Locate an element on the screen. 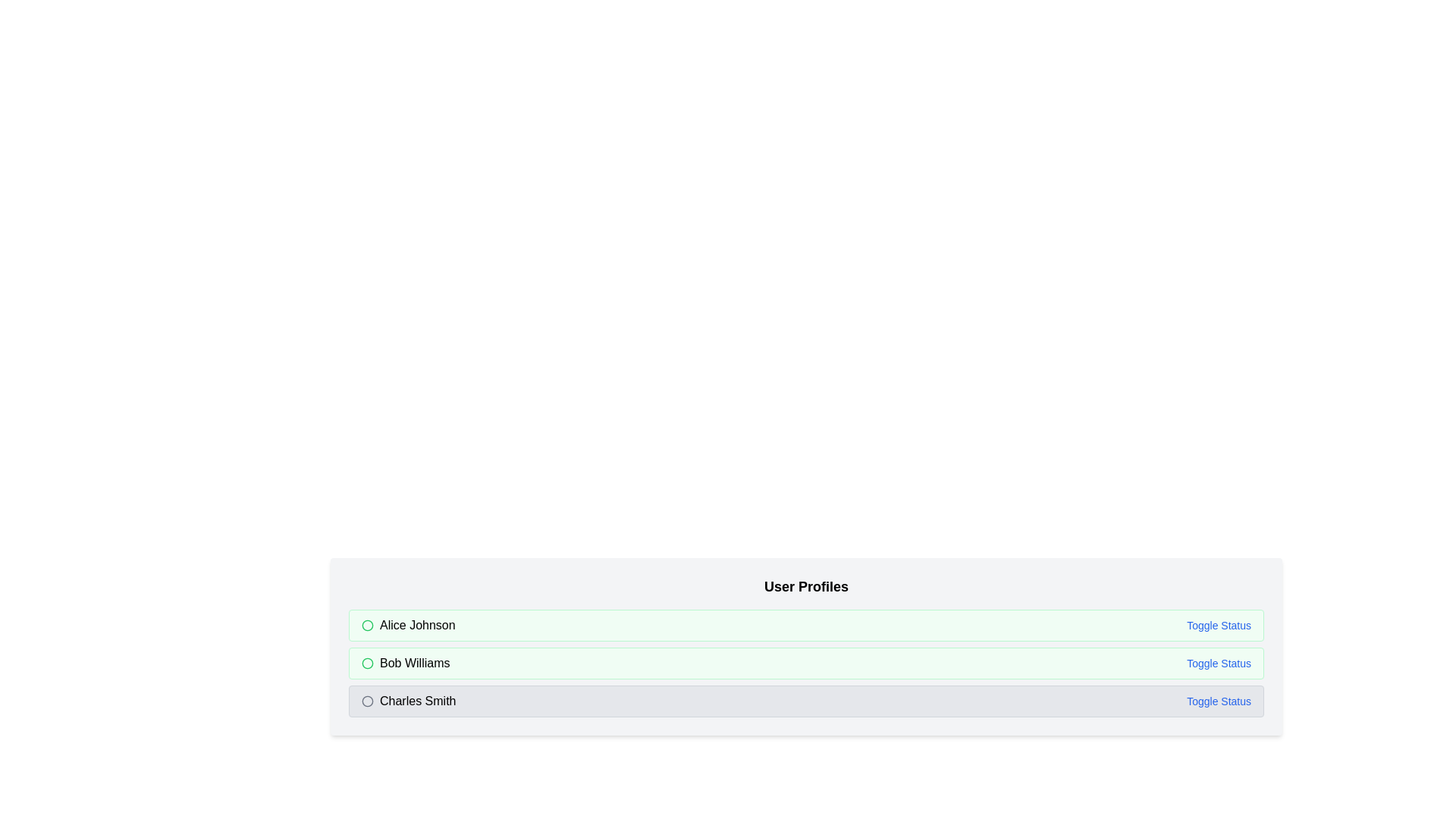 Image resolution: width=1456 pixels, height=819 pixels. the 'Toggle Status' text link located at the right side of the 'Charles Smith' profile row is located at coordinates (1219, 701).